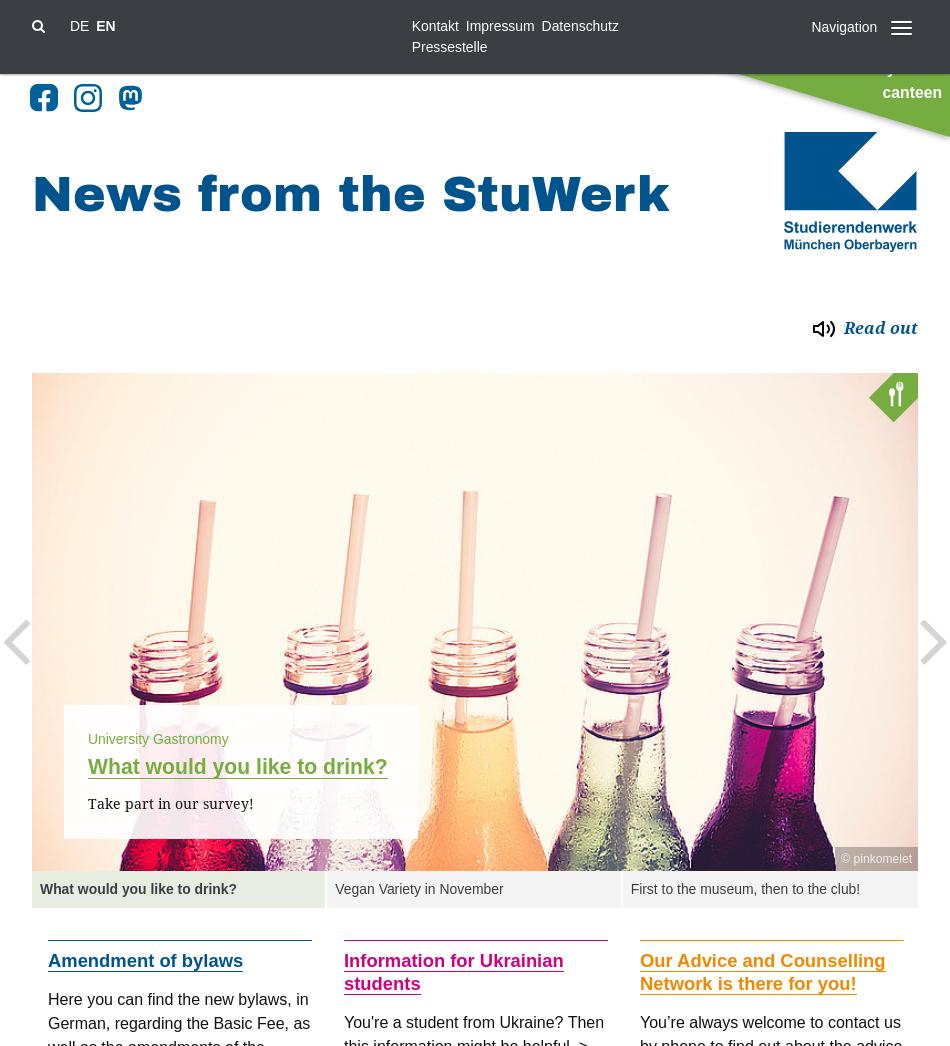 This screenshot has width=950, height=1046. What do you see at coordinates (761, 971) in the screenshot?
I see `'Our Advice and Counselling Network is there for you!'` at bounding box center [761, 971].